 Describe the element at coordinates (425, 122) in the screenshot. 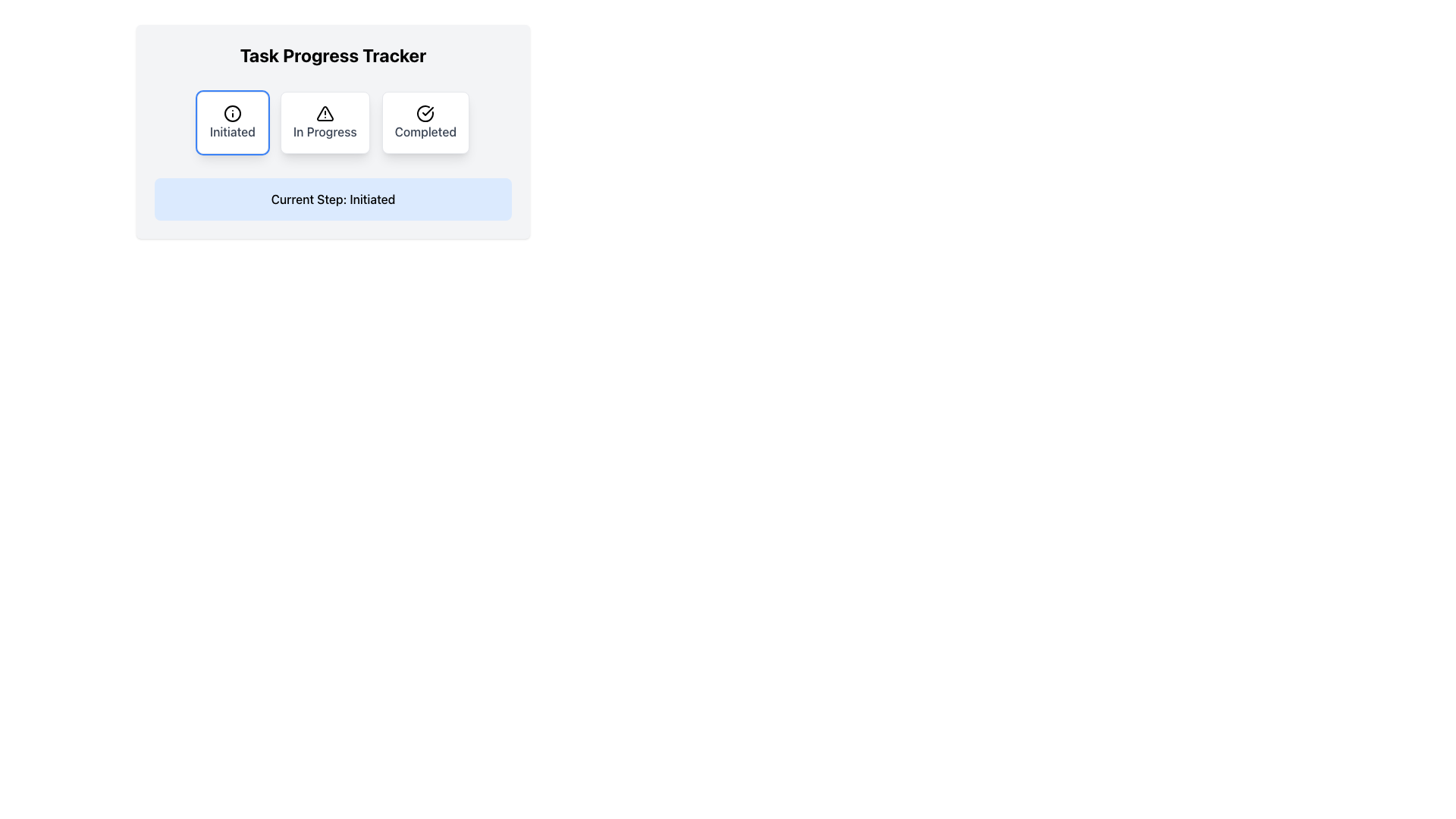

I see `the Status Indicator Card, which is the third card in a horizontal row indicating a completed task or status` at that location.